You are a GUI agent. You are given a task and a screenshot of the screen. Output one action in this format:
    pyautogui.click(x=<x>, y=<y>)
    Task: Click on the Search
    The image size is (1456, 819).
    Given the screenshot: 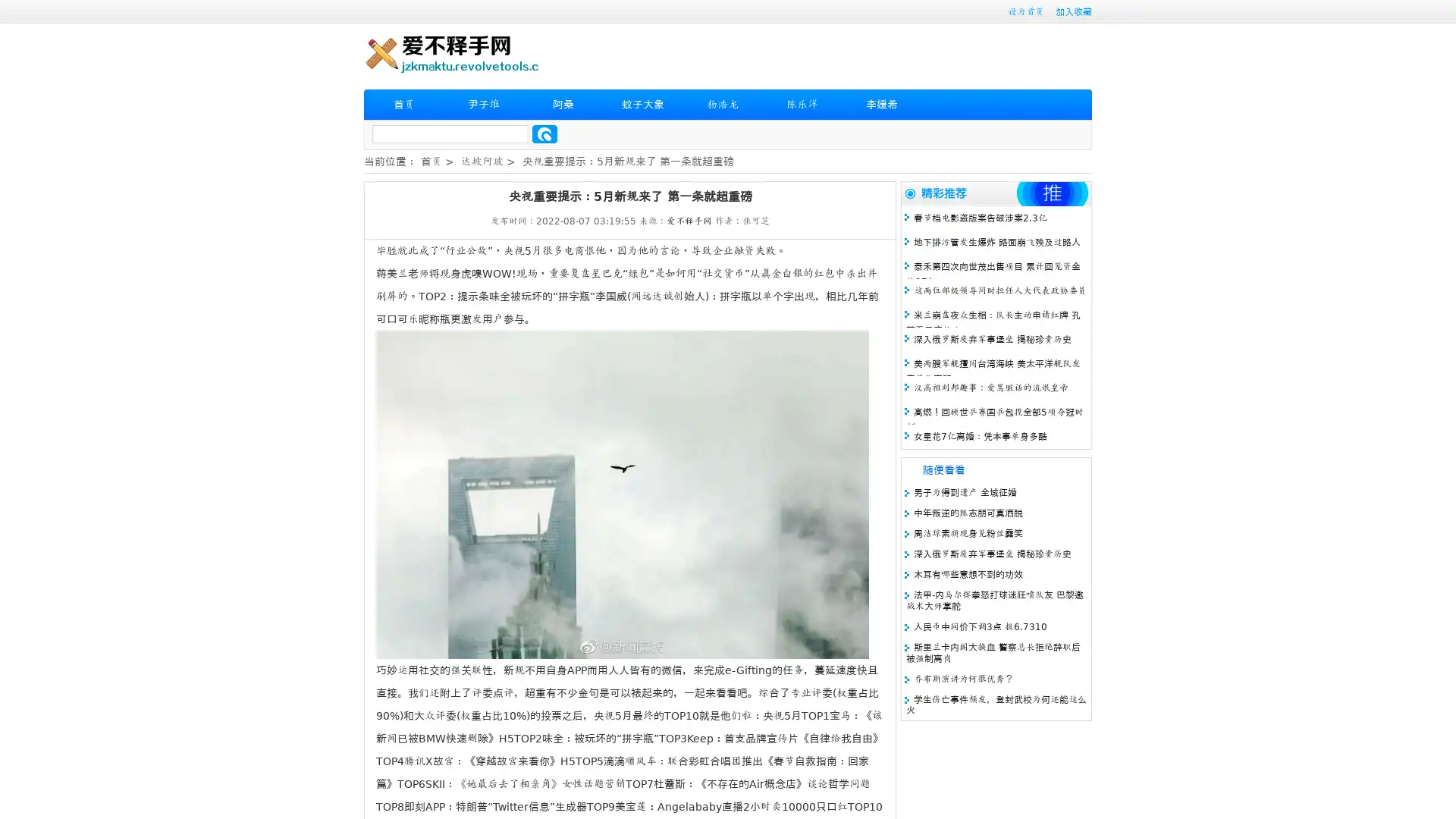 What is the action you would take?
    pyautogui.click(x=544, y=133)
    